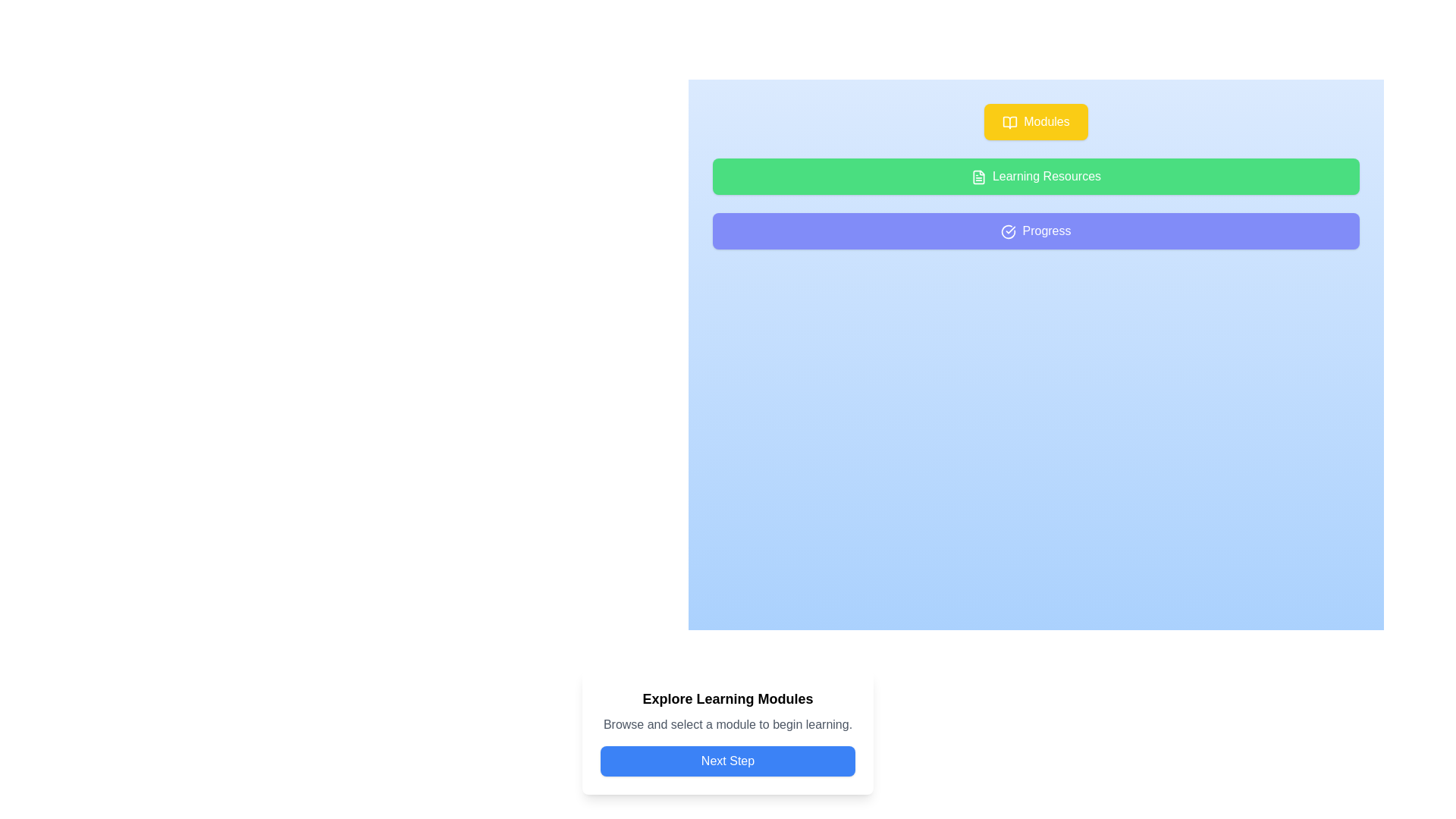 The height and width of the screenshot is (819, 1456). I want to click on the static text label containing 'Browse and select a module to begin learning.' which is located below the title 'Explore Learning Modules' and above the 'Next Step' button, so click(728, 724).